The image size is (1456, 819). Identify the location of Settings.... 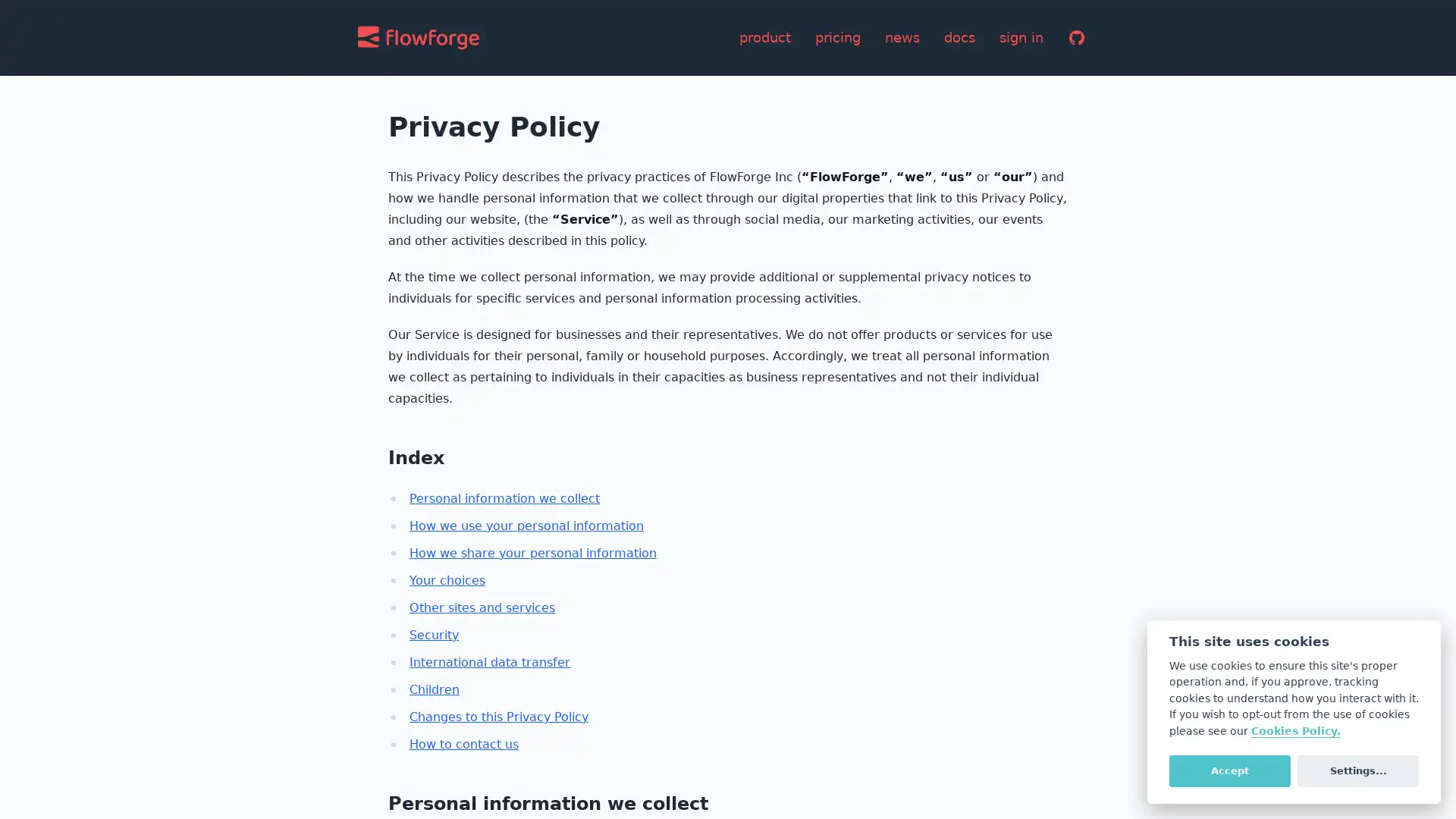
(1357, 770).